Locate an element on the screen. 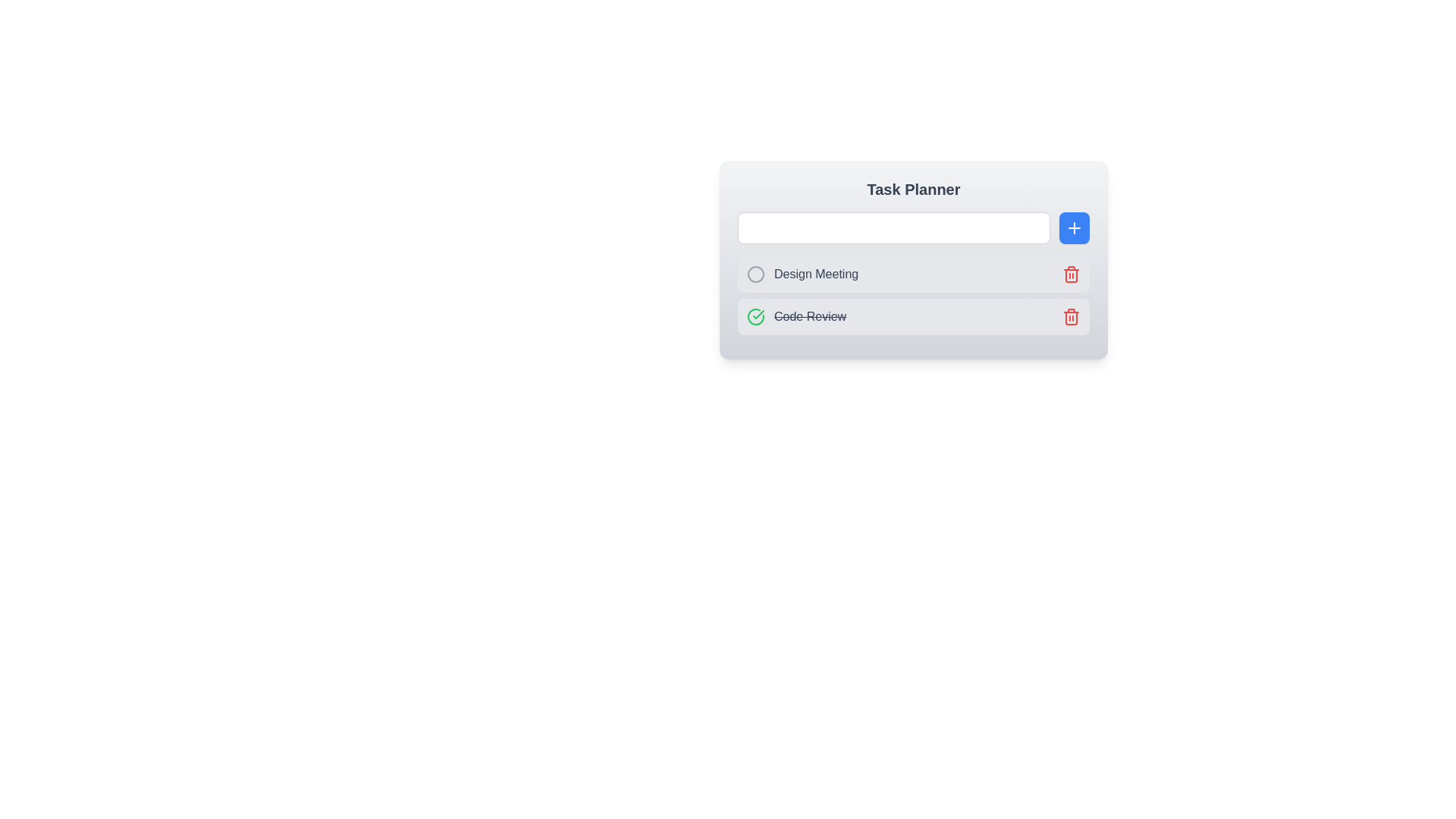 This screenshot has width=1456, height=819. the strikethrough style of the Text Label indicating the completion status of a task in the 'Task Planner' section, which is located in the second row alongside a checkbox and a delete button is located at coordinates (795, 315).